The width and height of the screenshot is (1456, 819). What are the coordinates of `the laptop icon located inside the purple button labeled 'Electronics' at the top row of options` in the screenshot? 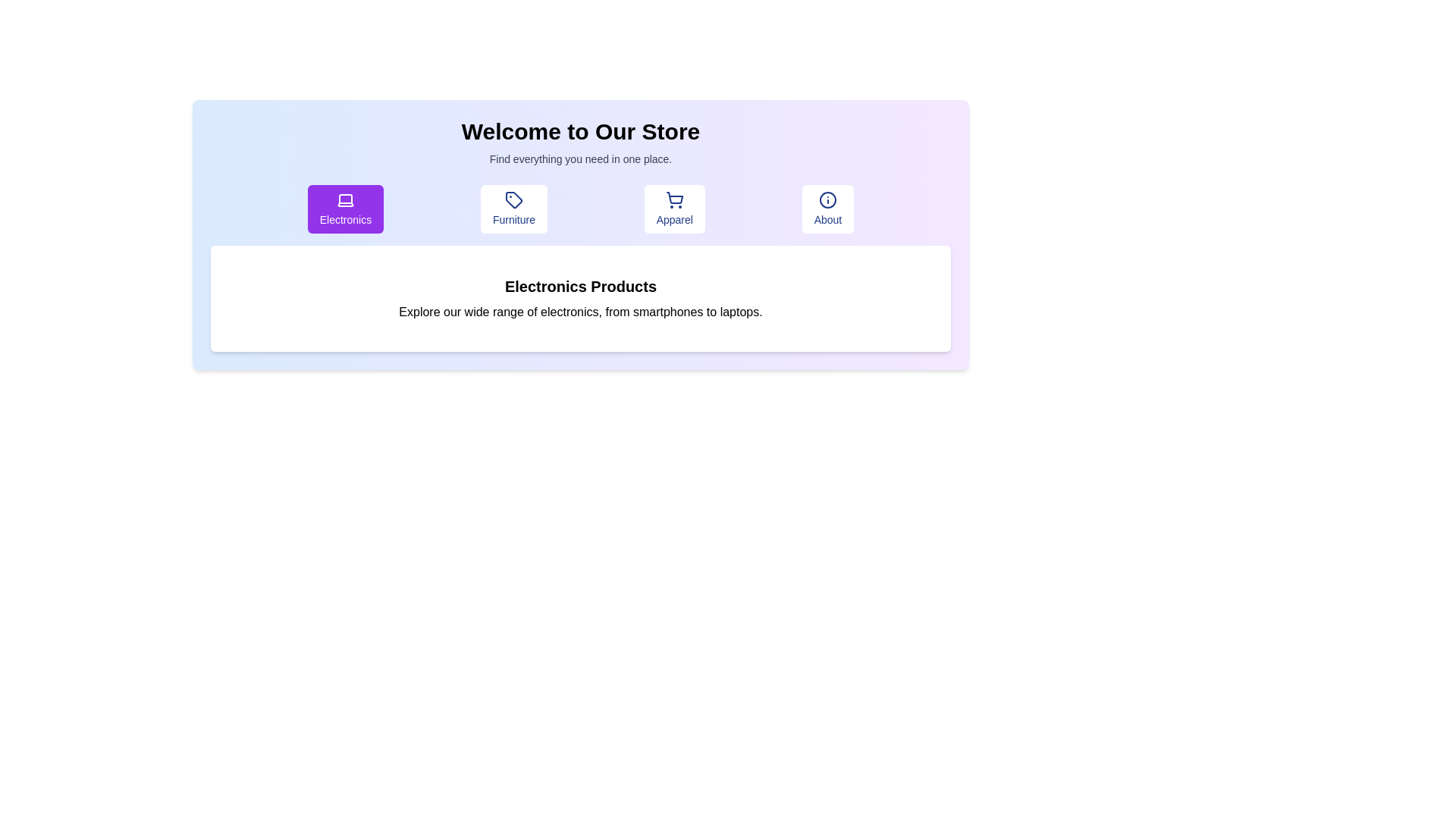 It's located at (345, 199).